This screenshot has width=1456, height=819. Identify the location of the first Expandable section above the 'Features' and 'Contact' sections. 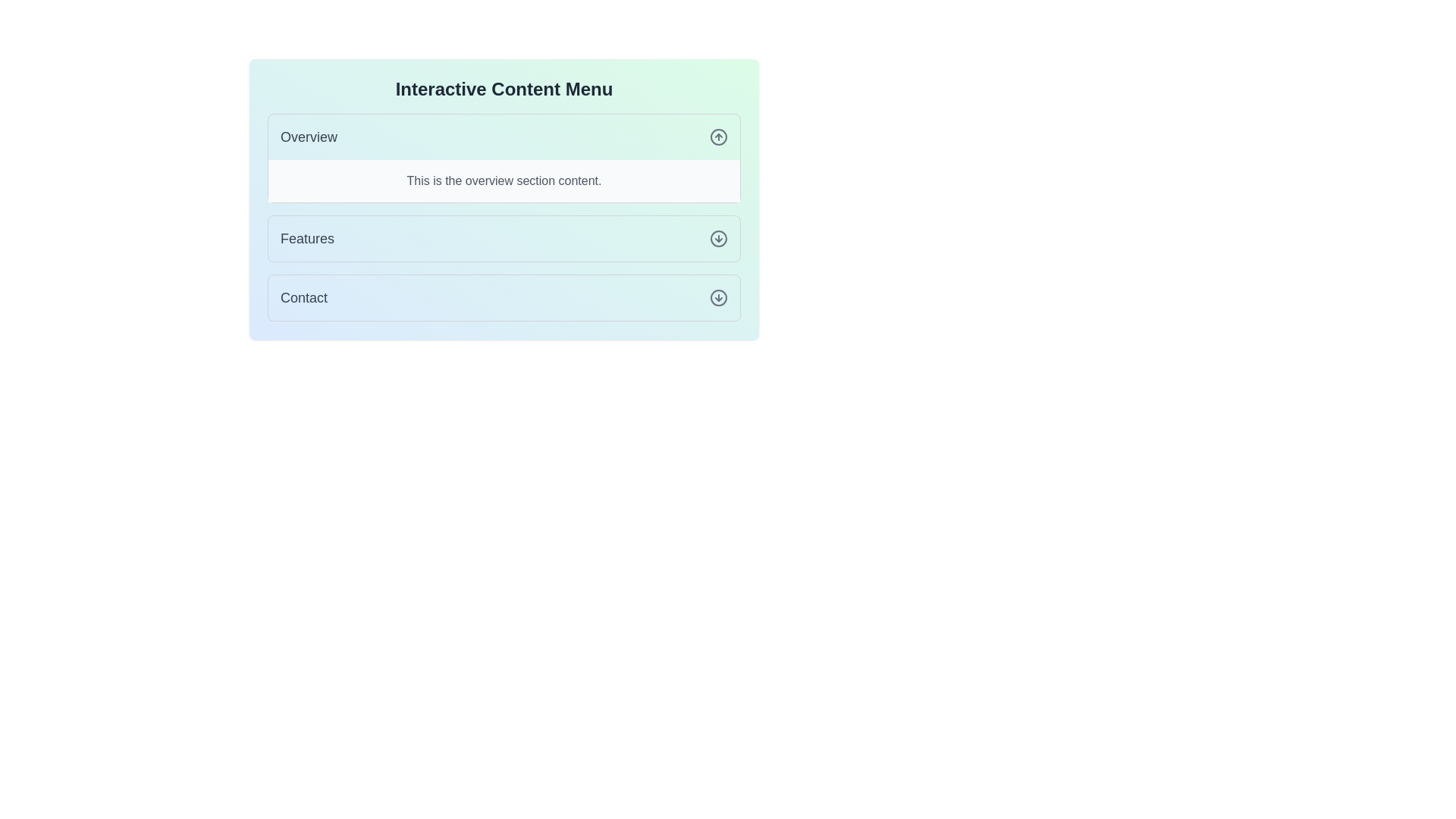
(504, 158).